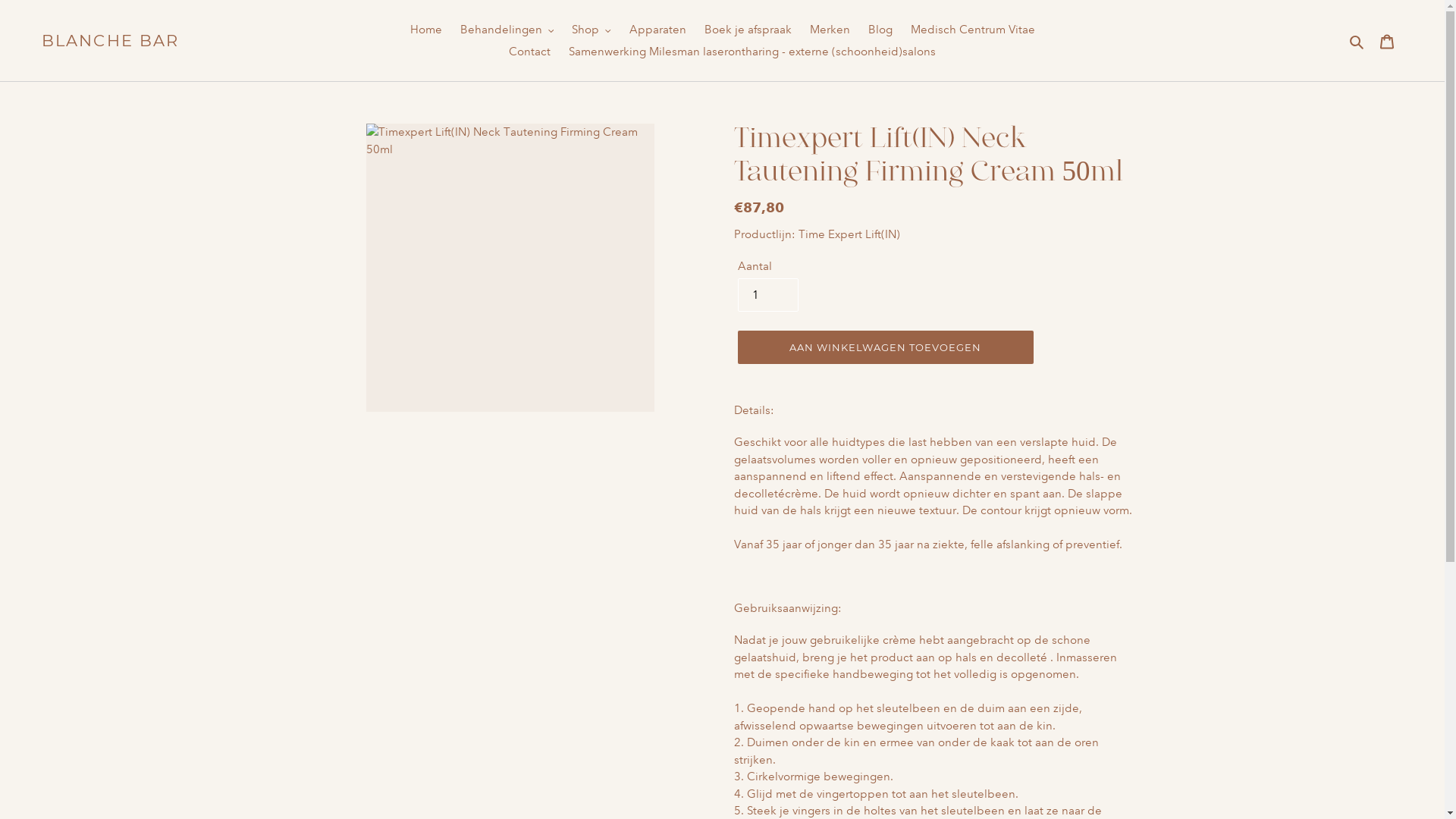 Image resolution: width=1456 pixels, height=819 pixels. What do you see at coordinates (622, 30) in the screenshot?
I see `'Apparaten'` at bounding box center [622, 30].